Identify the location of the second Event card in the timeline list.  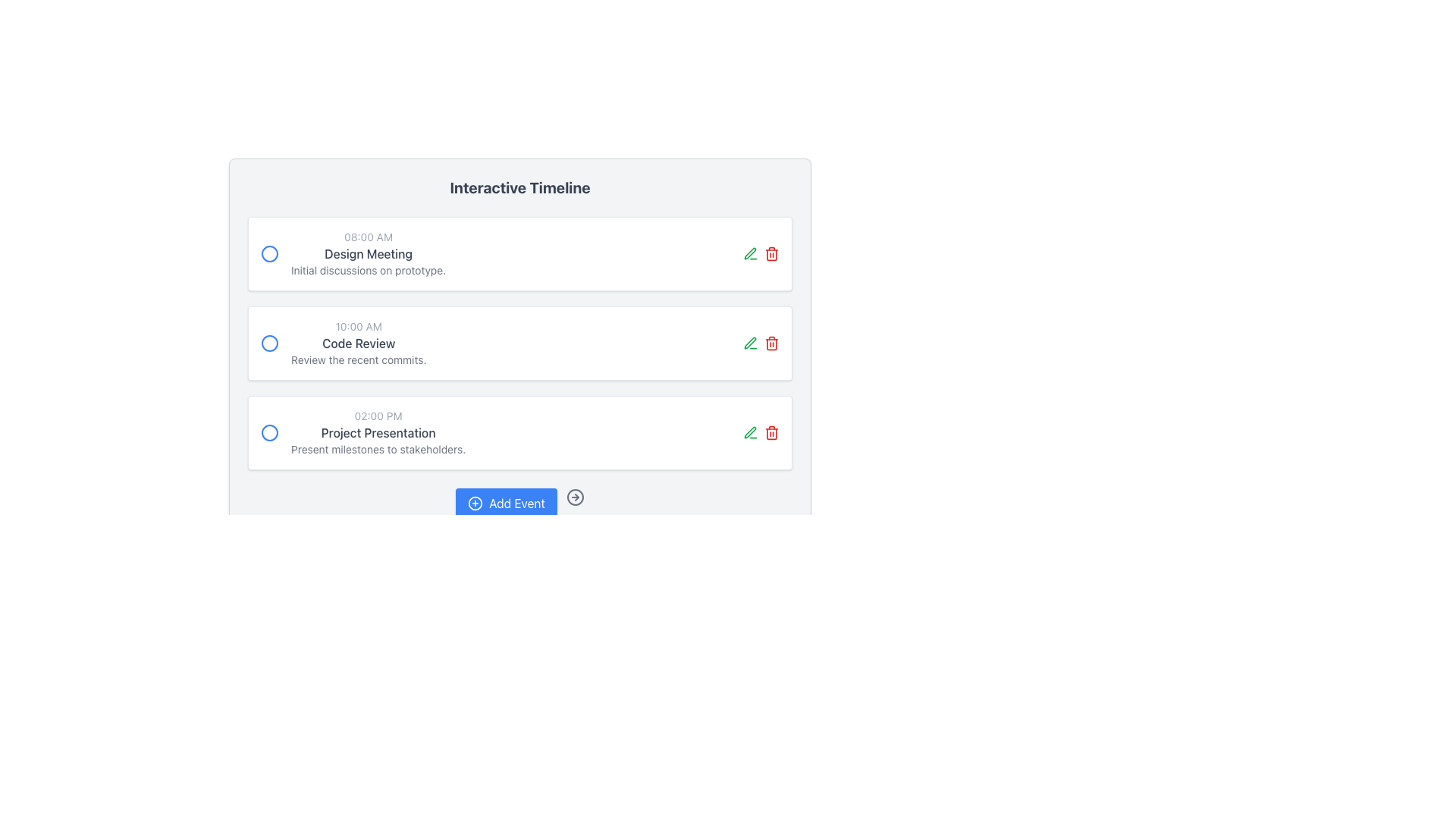
(520, 343).